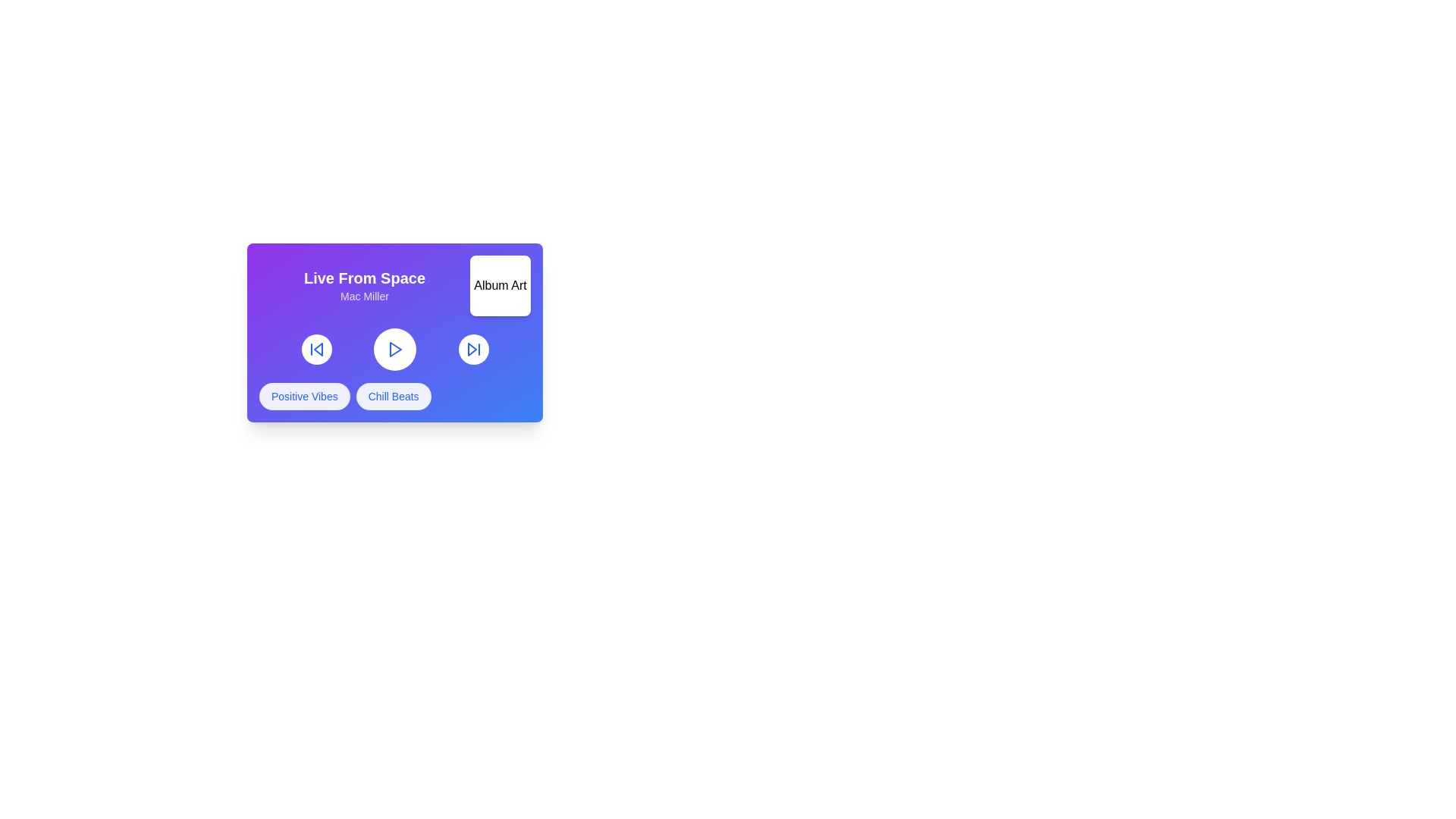 This screenshot has width=1456, height=819. I want to click on the 'Chill Beats' button located at the bottom of the card interface, so click(393, 396).